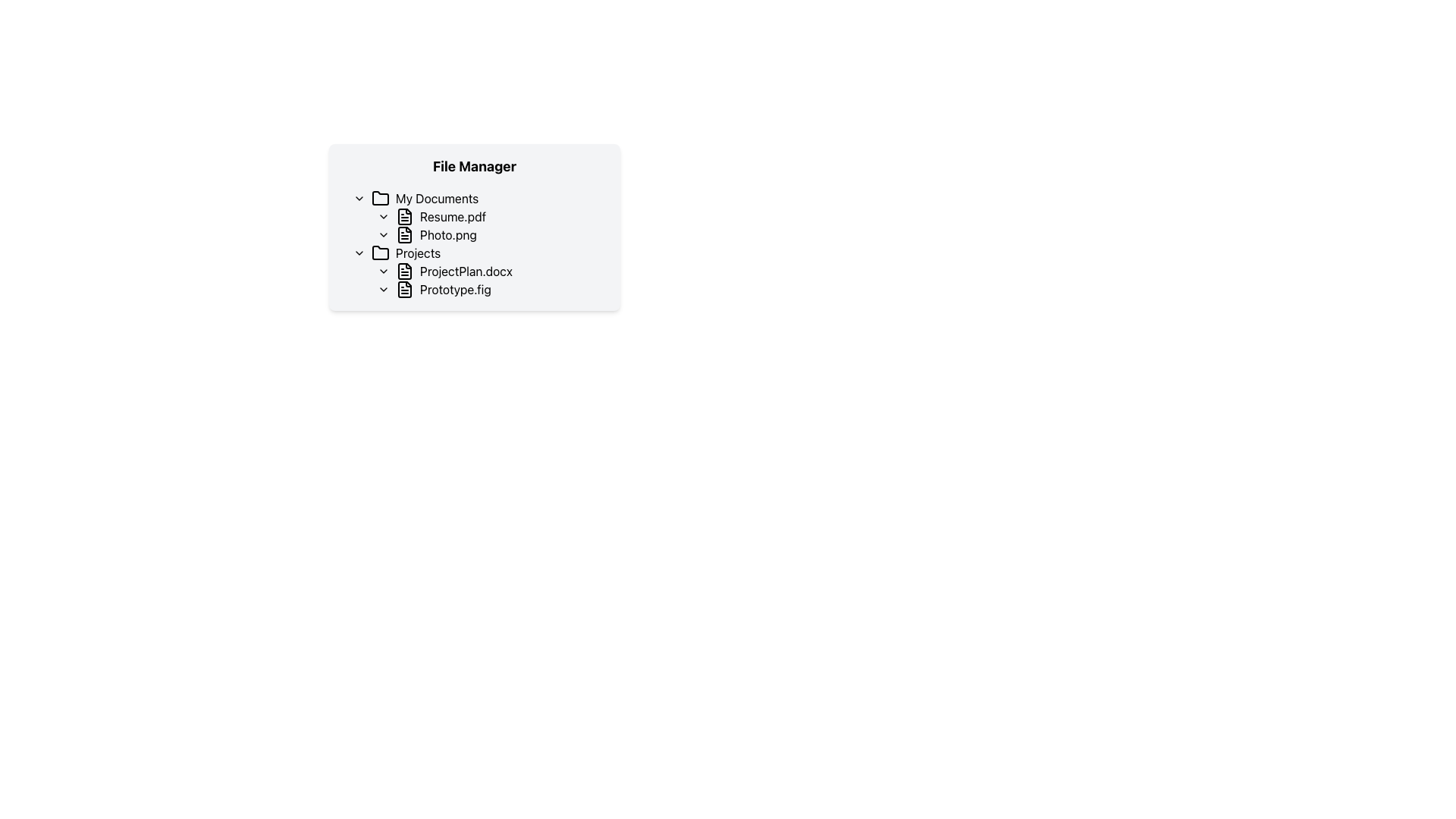 The width and height of the screenshot is (1456, 819). What do you see at coordinates (381, 253) in the screenshot?
I see `the minimalist line-drawing folder icon located to the left of the 'Projects' text` at bounding box center [381, 253].